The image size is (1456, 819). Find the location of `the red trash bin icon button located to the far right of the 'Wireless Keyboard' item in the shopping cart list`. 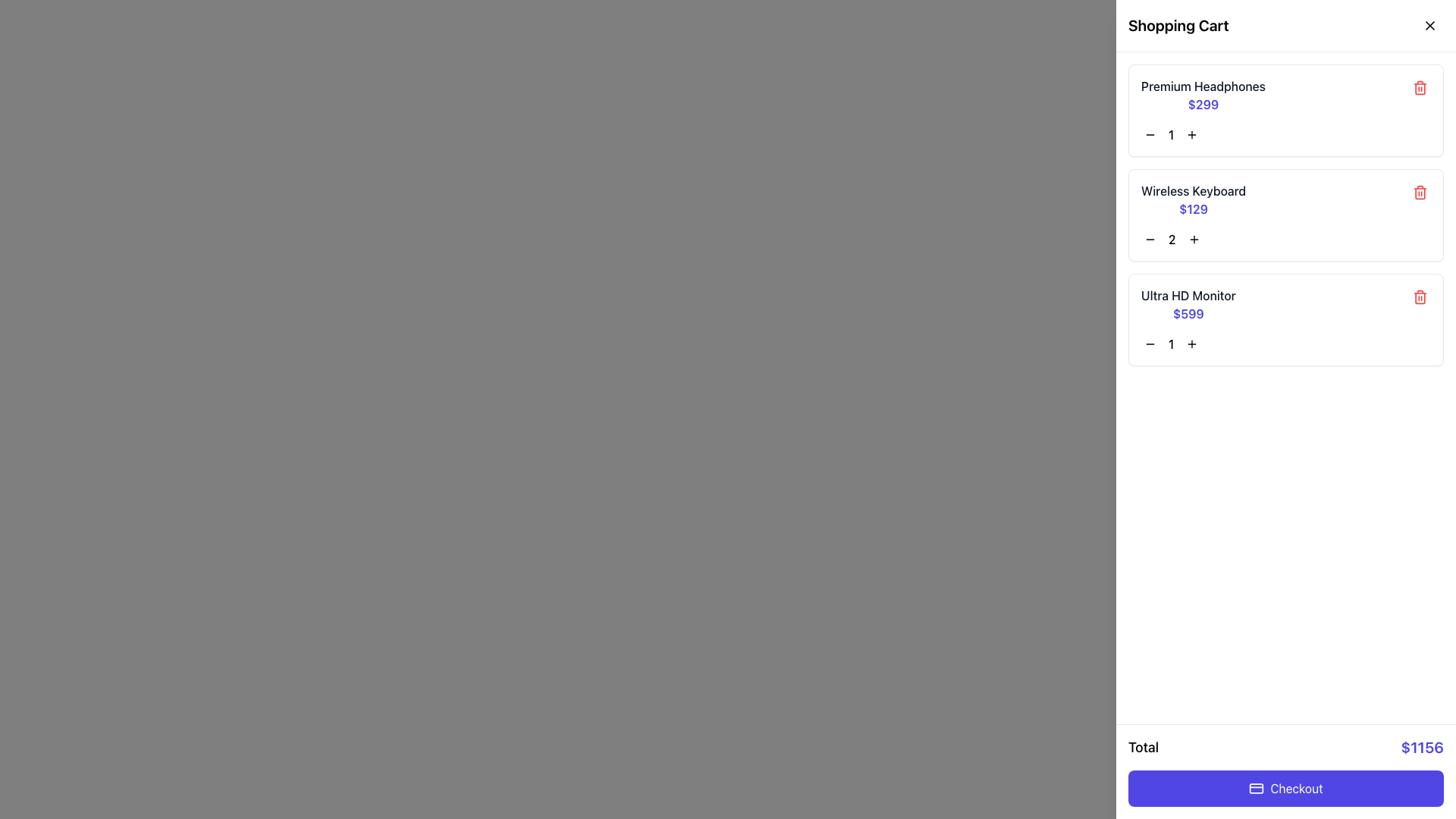

the red trash bin icon button located to the far right of the 'Wireless Keyboard' item in the shopping cart list is located at coordinates (1419, 192).